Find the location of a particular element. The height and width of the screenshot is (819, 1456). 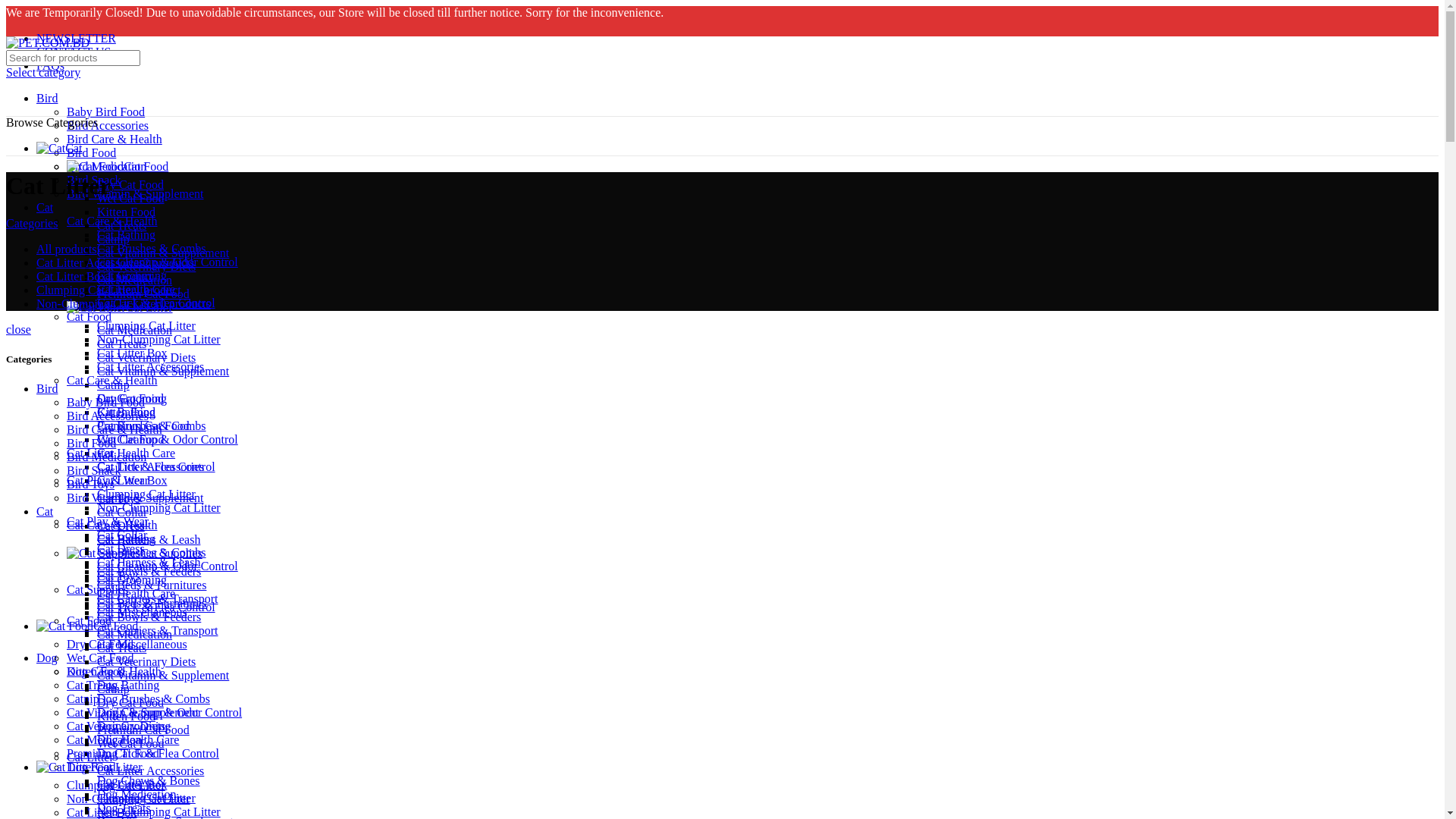

'Bird Food' is located at coordinates (90, 152).